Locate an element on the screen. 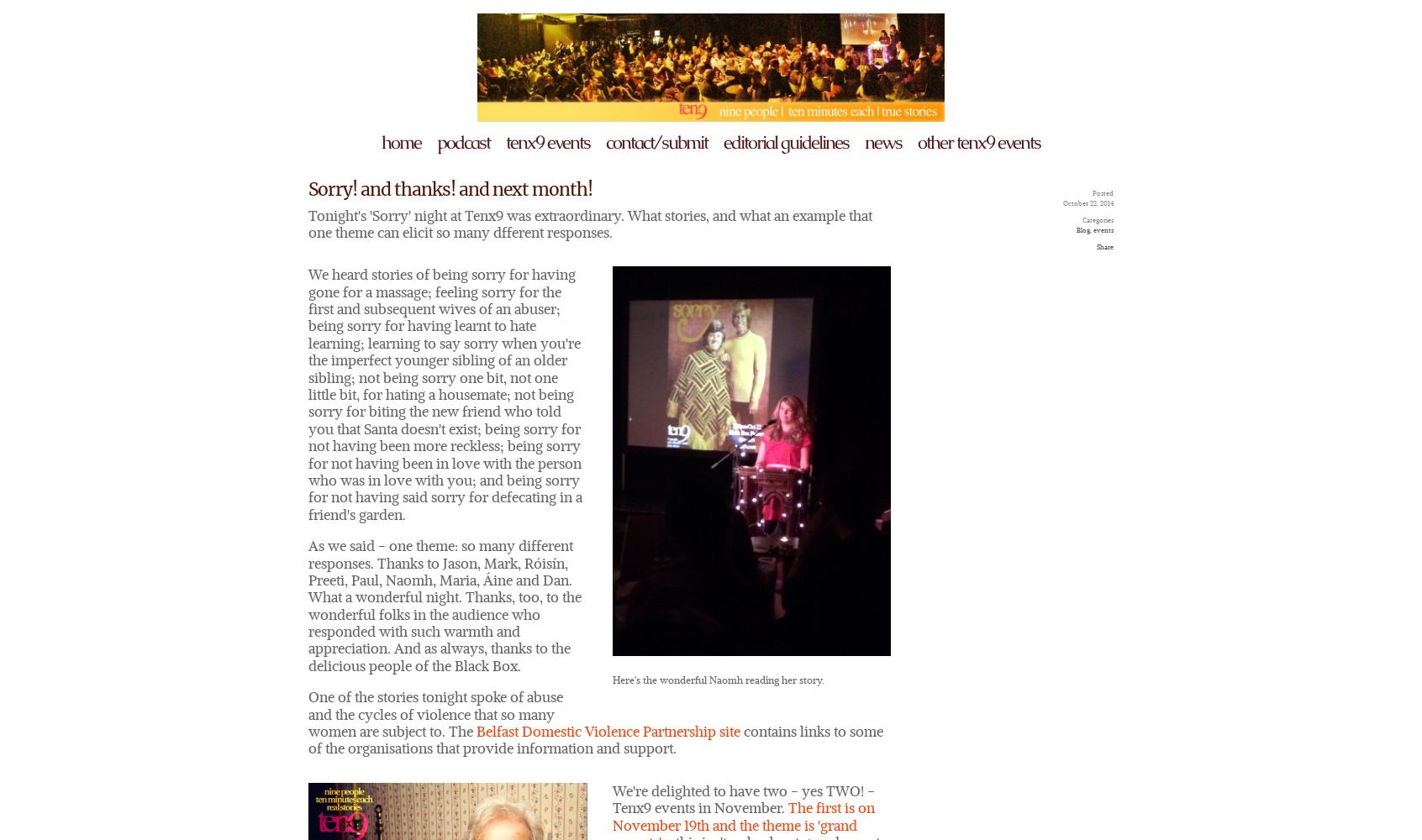 This screenshot has height=840, width=1422. 'Here's the wonderful Naomh reading her story.' is located at coordinates (716, 680).